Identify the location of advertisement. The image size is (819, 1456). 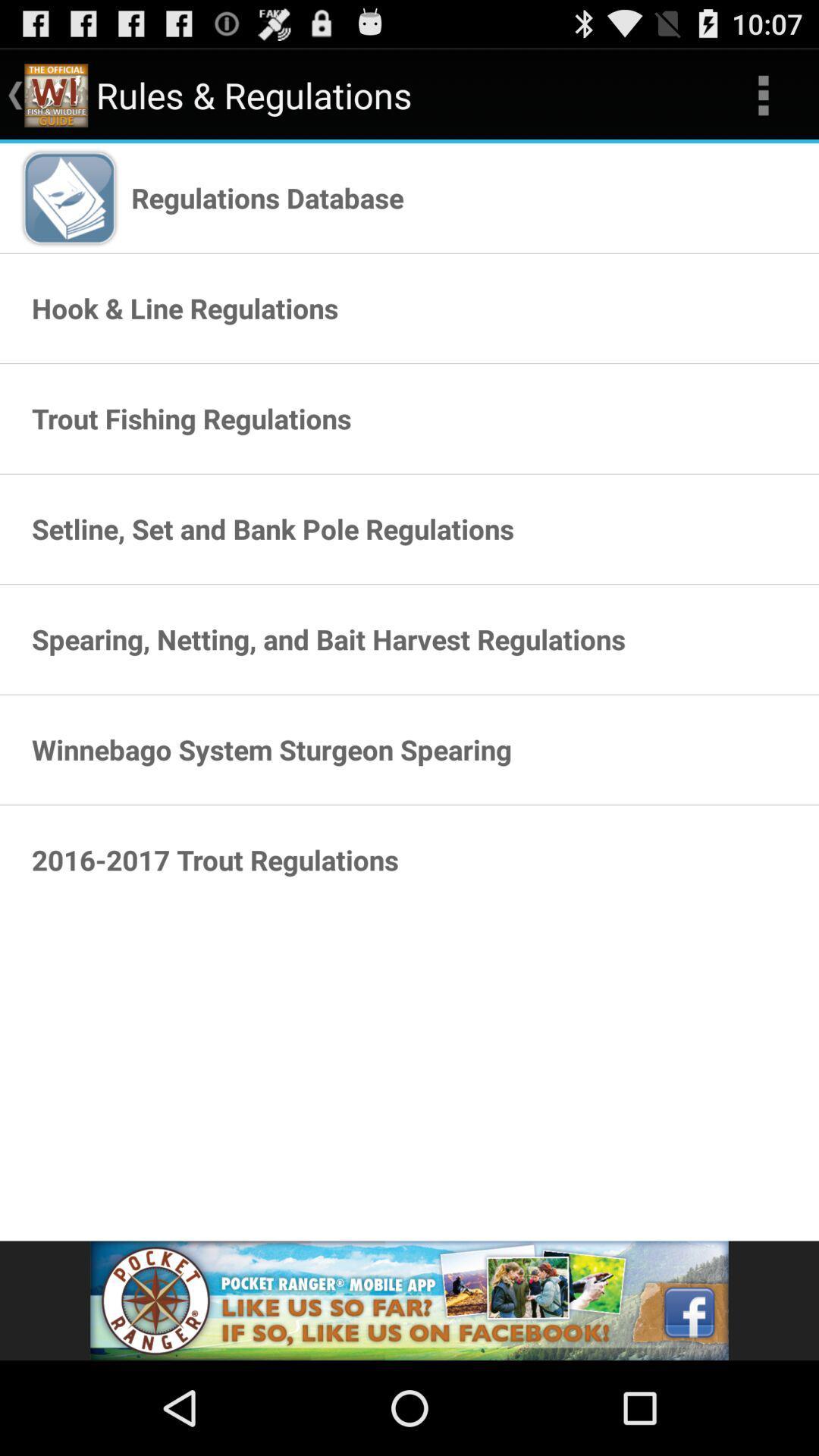
(409, 1300).